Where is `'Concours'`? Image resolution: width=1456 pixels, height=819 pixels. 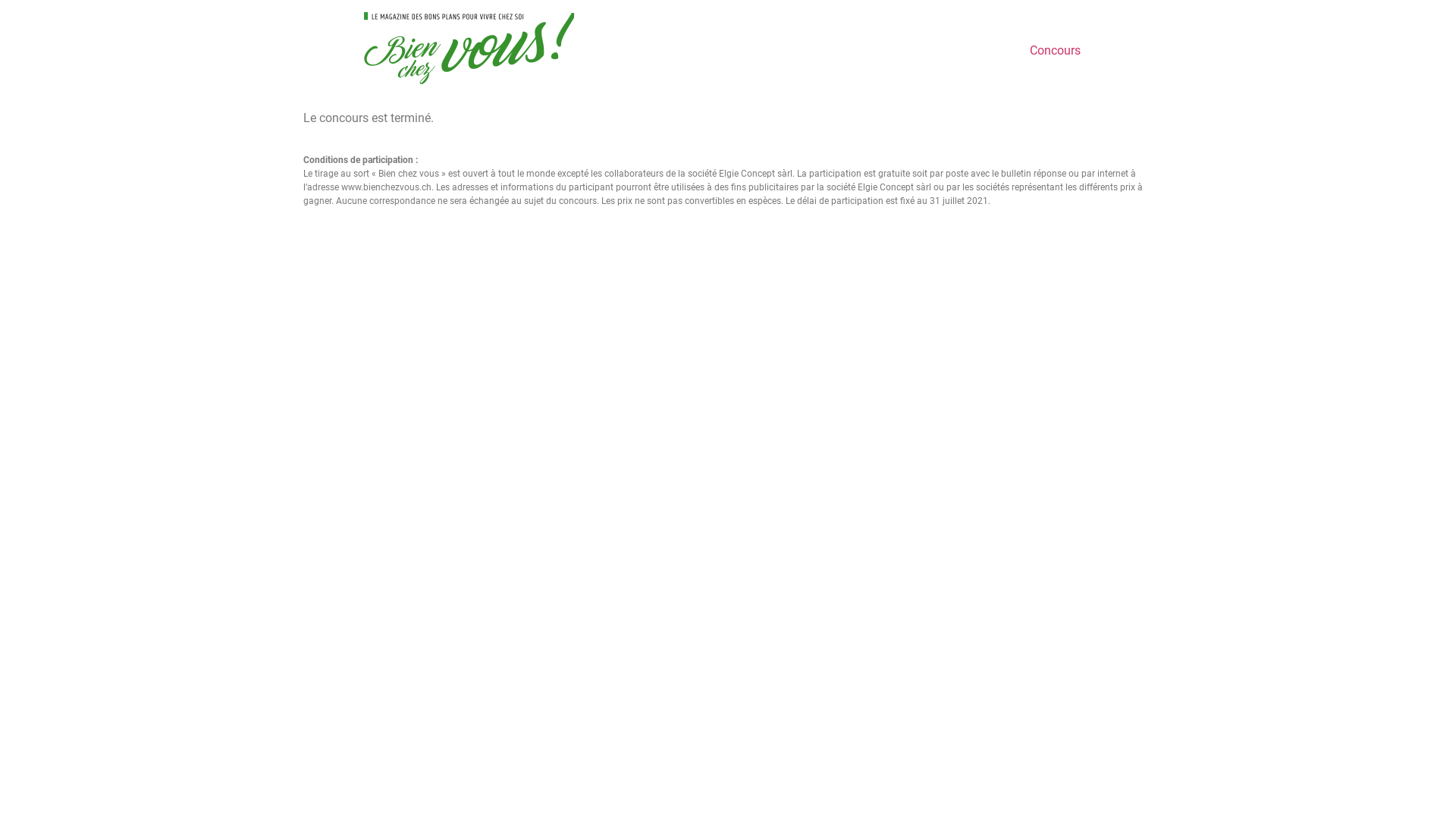 'Concours' is located at coordinates (1054, 49).